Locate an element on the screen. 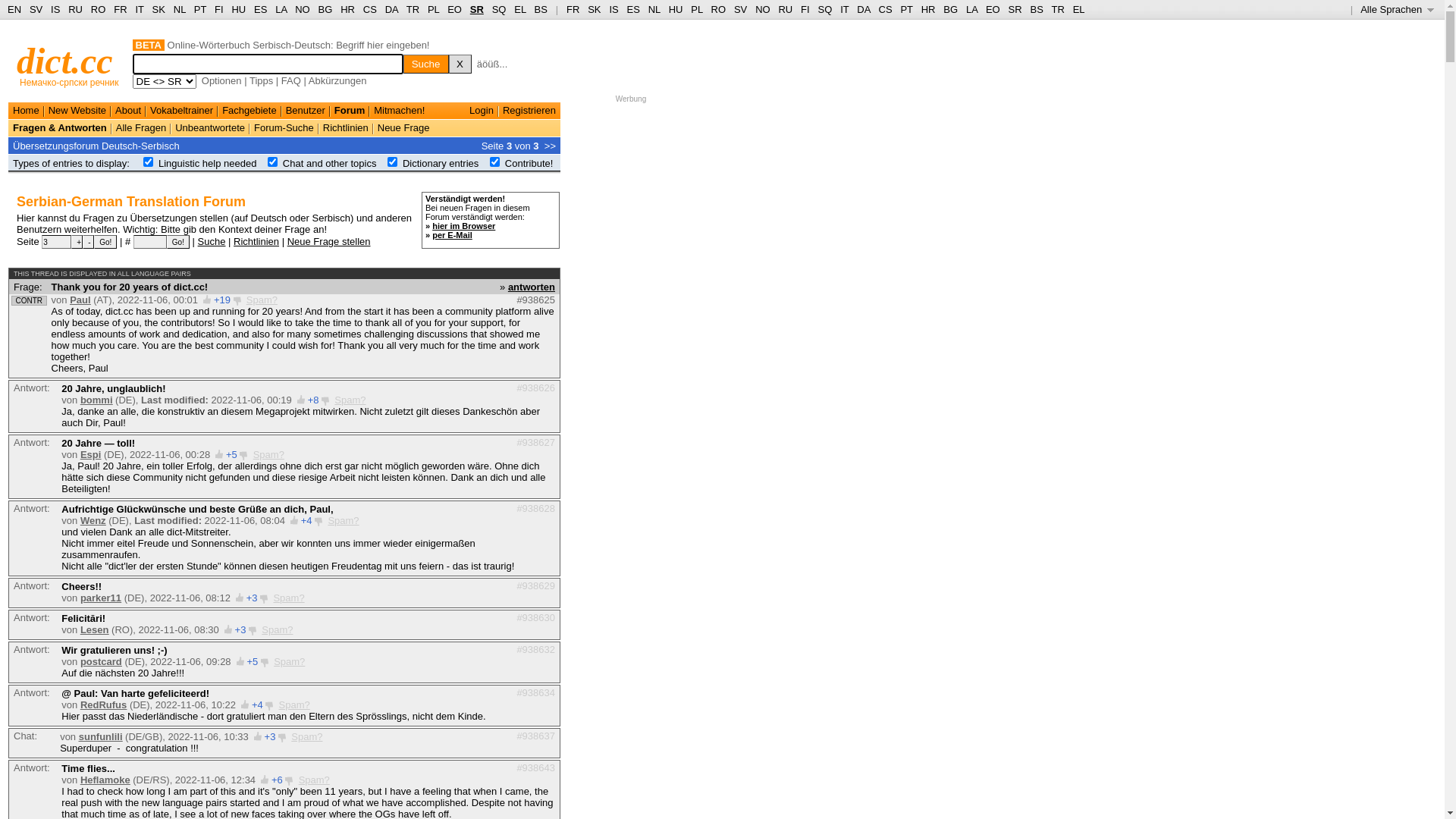 Image resolution: width=1456 pixels, height=819 pixels. '#938627' is located at coordinates (535, 442).